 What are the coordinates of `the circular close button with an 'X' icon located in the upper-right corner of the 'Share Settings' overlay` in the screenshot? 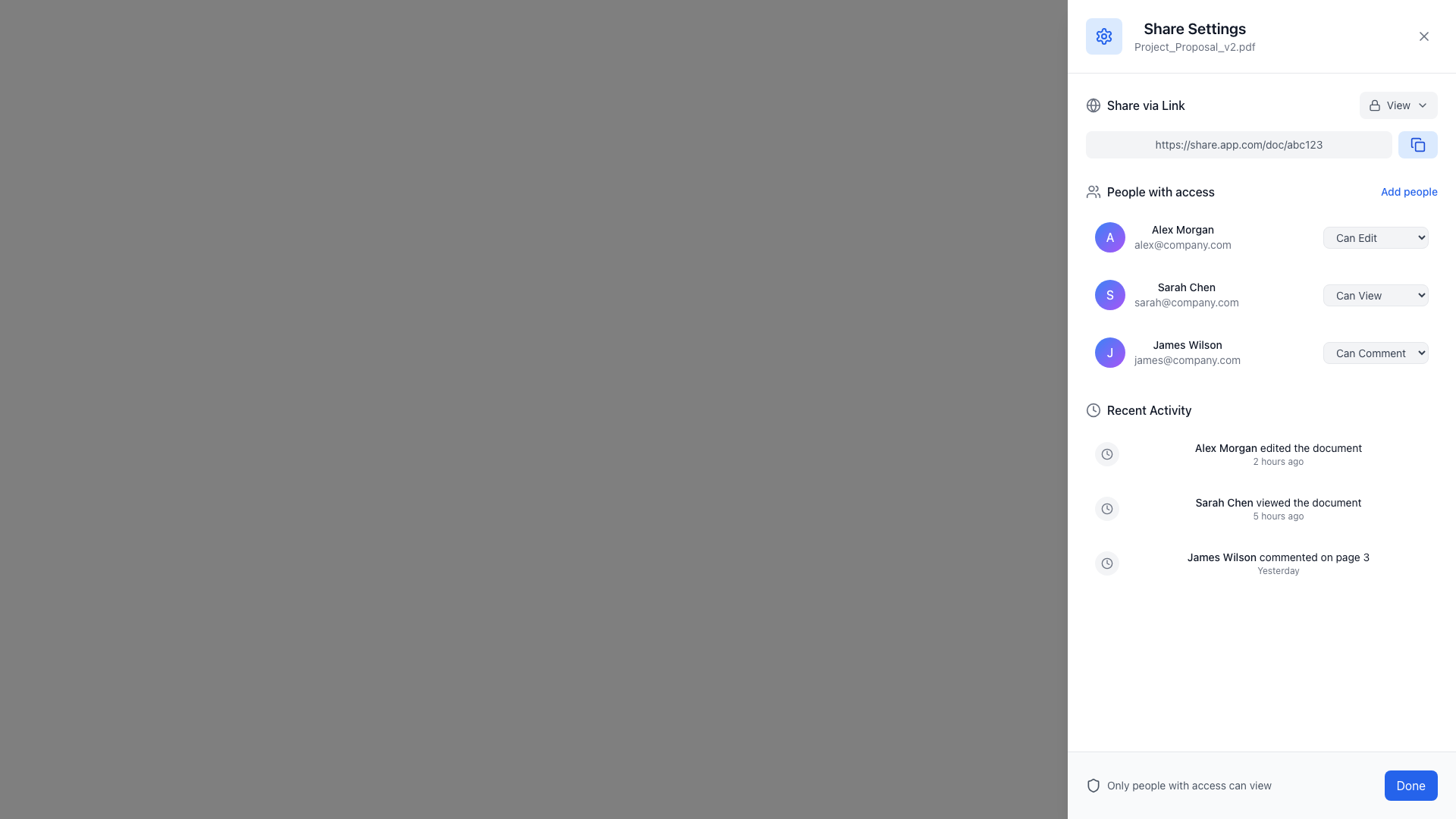 It's located at (1423, 35).